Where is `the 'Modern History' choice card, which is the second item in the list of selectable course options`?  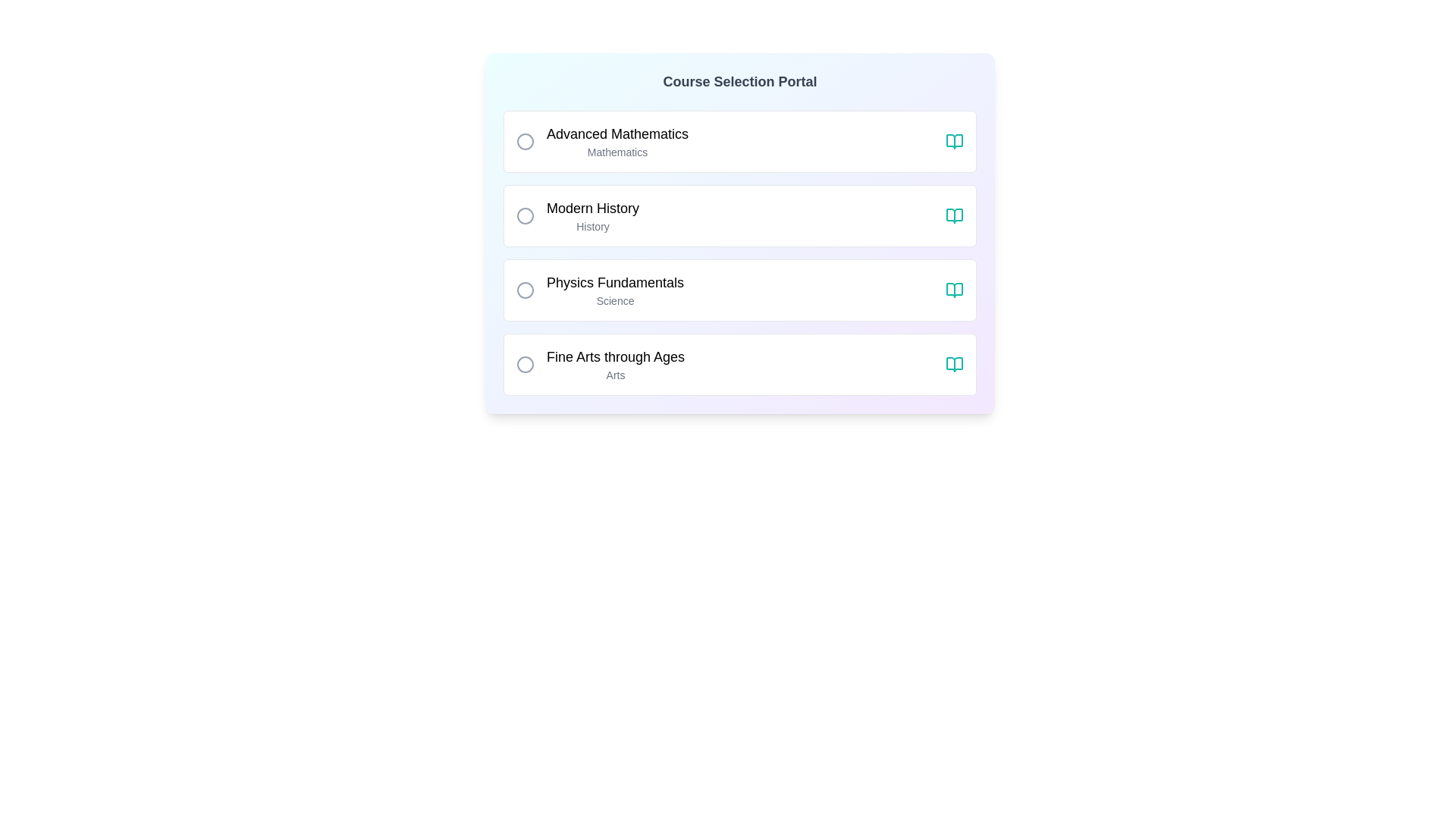 the 'Modern History' choice card, which is the second item in the list of selectable course options is located at coordinates (739, 216).